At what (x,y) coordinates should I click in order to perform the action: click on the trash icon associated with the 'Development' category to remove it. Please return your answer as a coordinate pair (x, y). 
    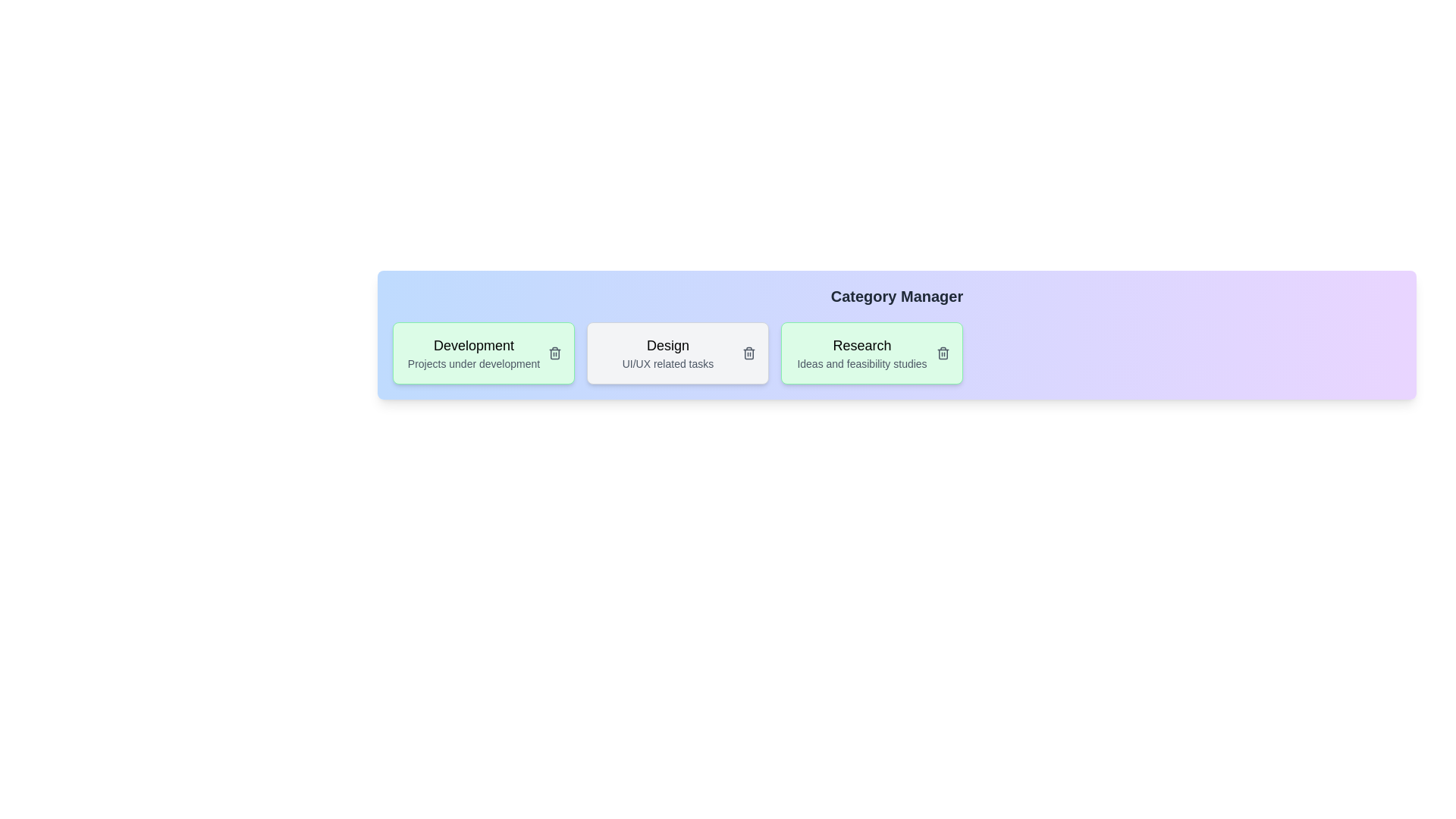
    Looking at the image, I should click on (554, 353).